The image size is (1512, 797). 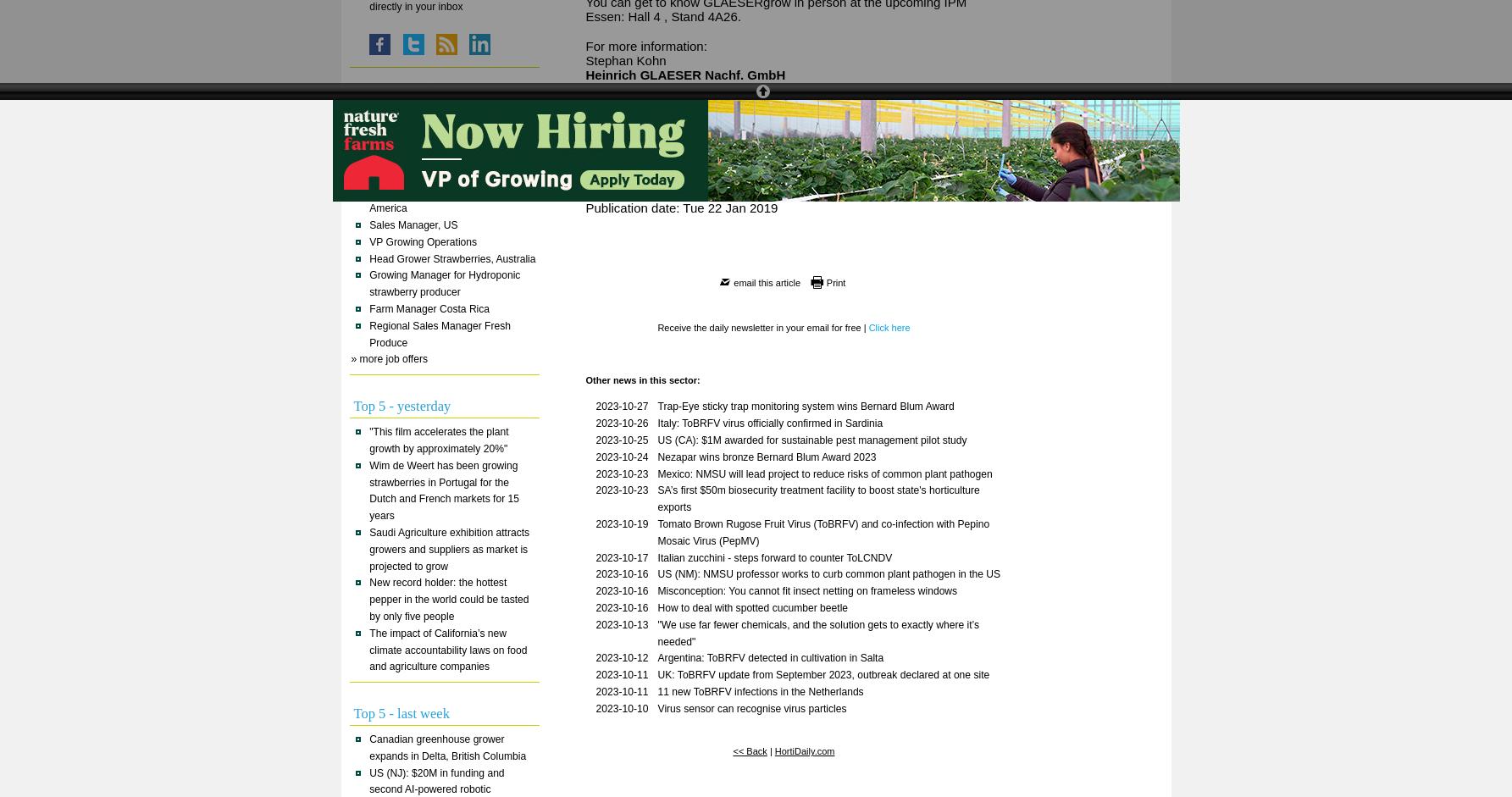 What do you see at coordinates (606, 147) in the screenshot?
I see `'E-Mail:'` at bounding box center [606, 147].